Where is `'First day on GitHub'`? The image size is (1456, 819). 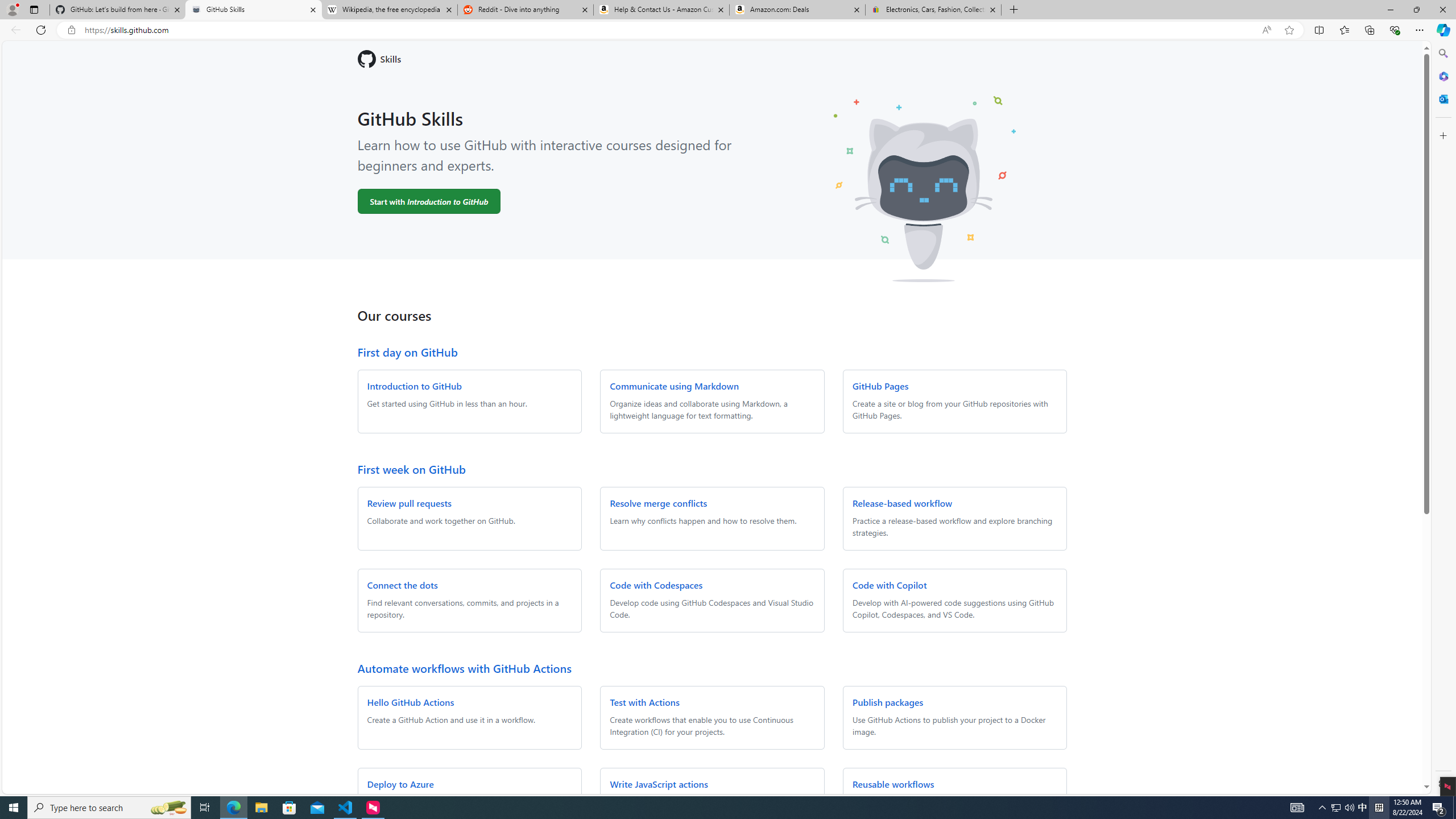
'First day on GitHub' is located at coordinates (406, 351).